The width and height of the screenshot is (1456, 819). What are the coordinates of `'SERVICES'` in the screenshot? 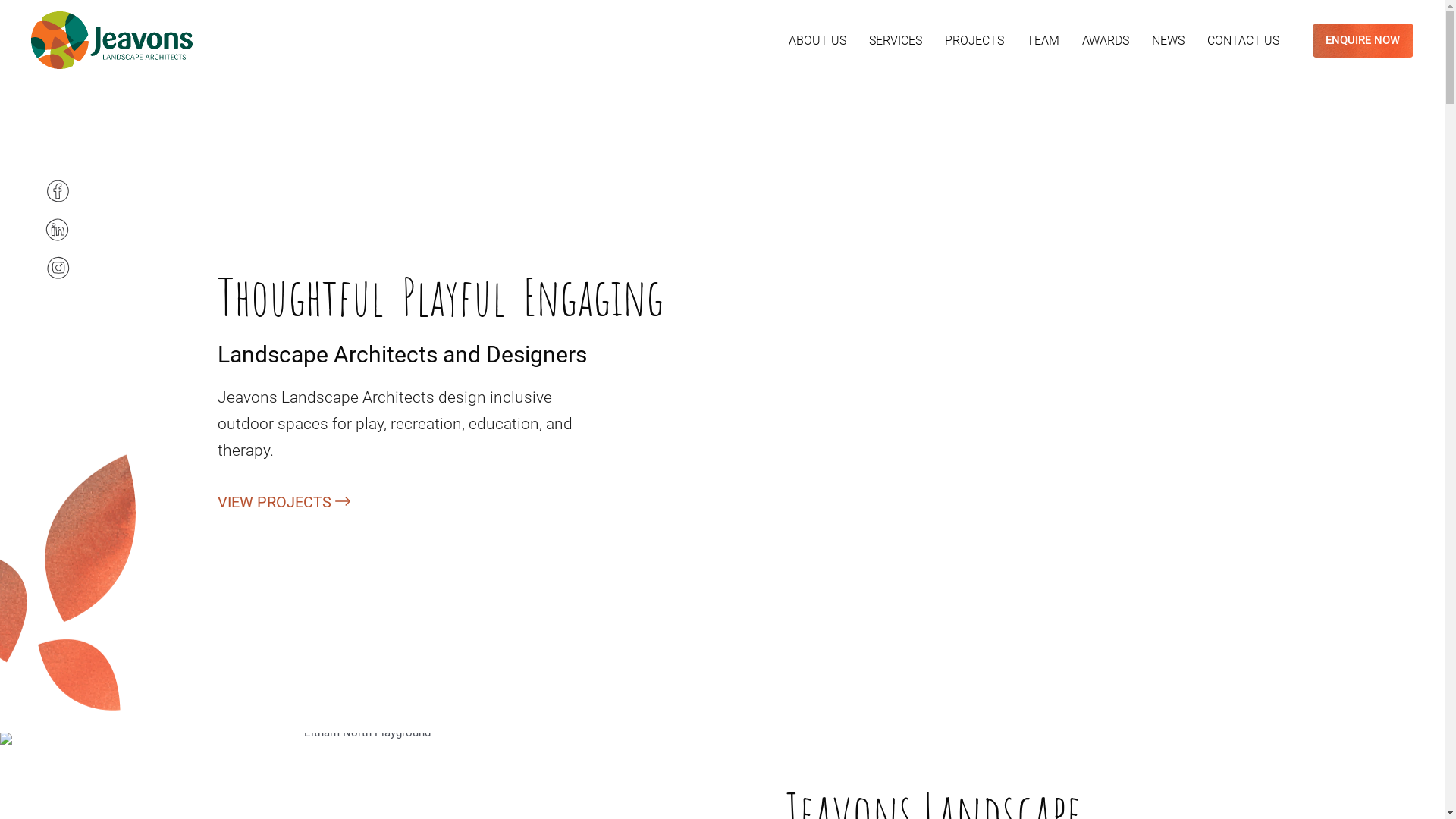 It's located at (895, 39).